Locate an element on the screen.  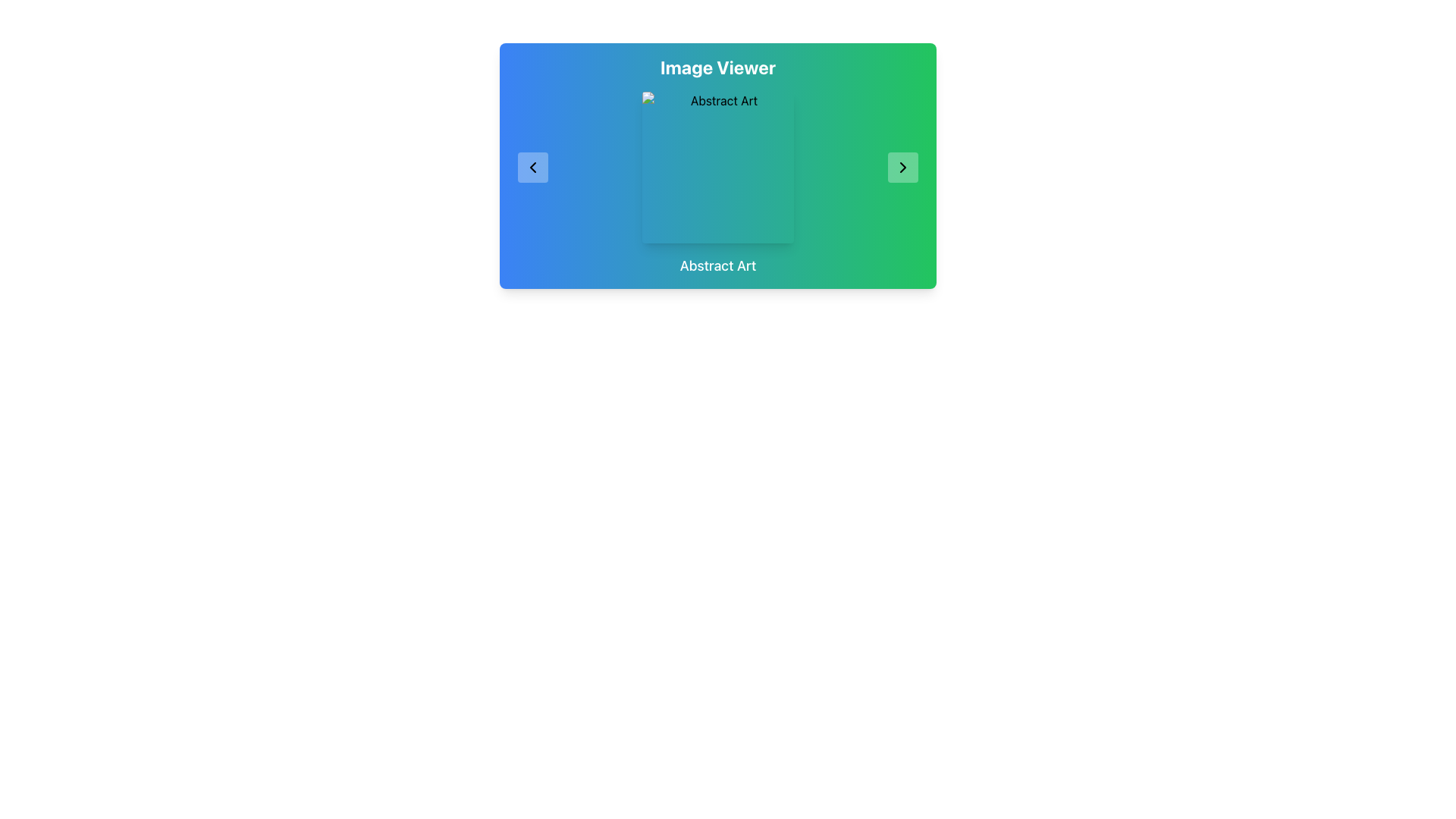
the right-pointing black arrow icon within the SVG element to invoke navigation is located at coordinates (902, 167).